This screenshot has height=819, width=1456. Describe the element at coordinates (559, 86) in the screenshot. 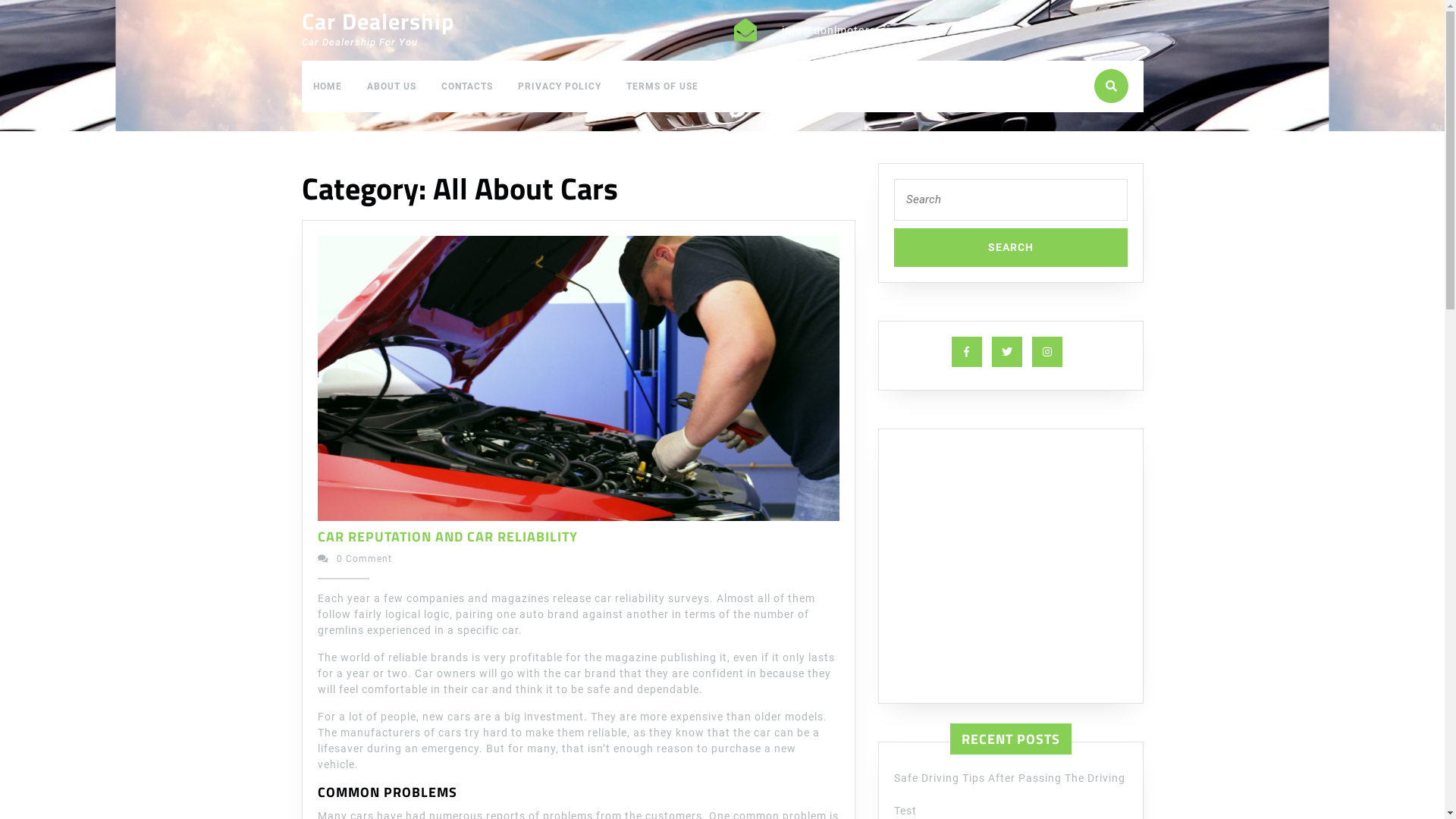

I see `'PRIVACY POLICY'` at that location.